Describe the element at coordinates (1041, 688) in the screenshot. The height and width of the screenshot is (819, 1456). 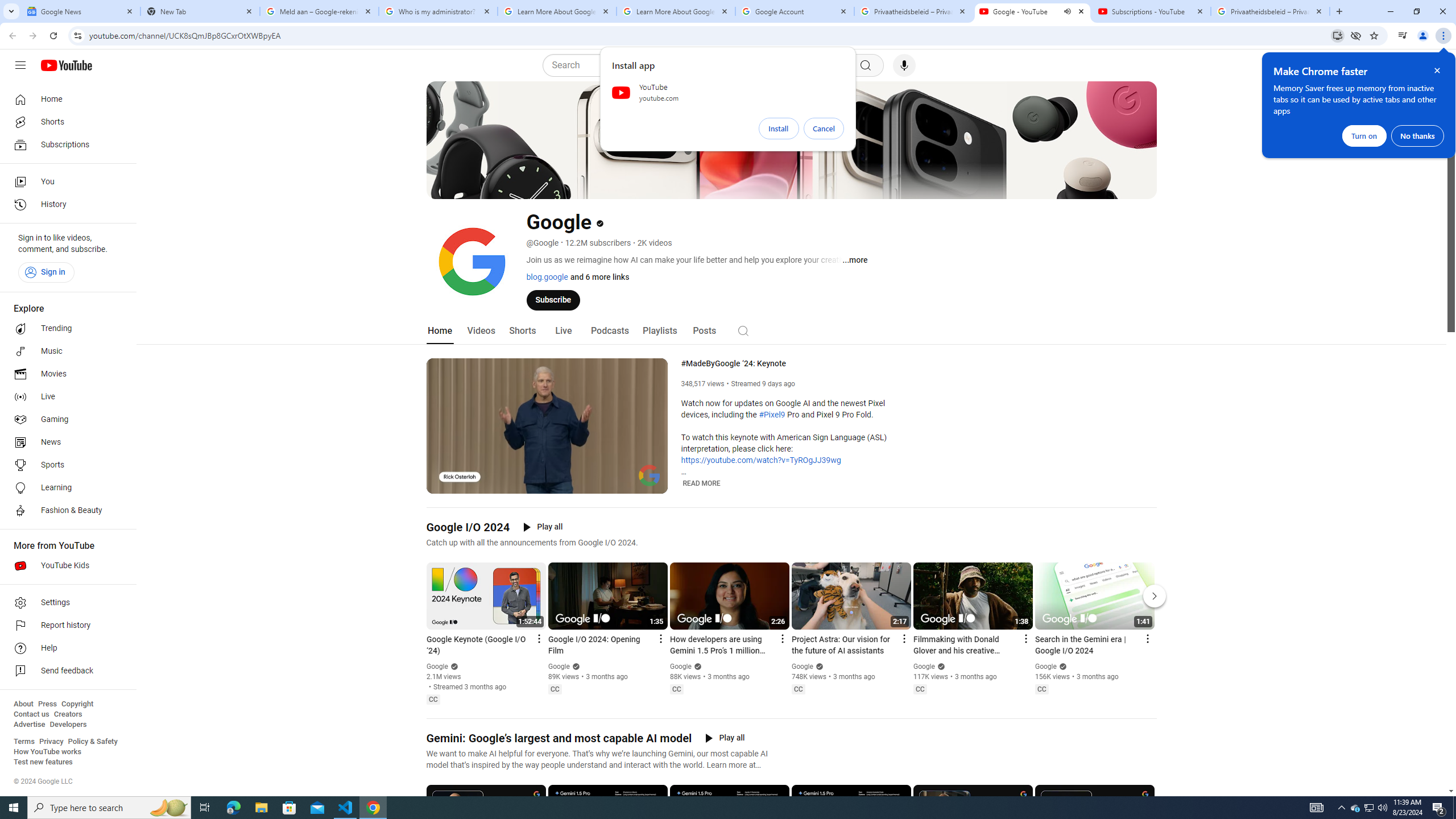
I see `'Closed captions'` at that location.